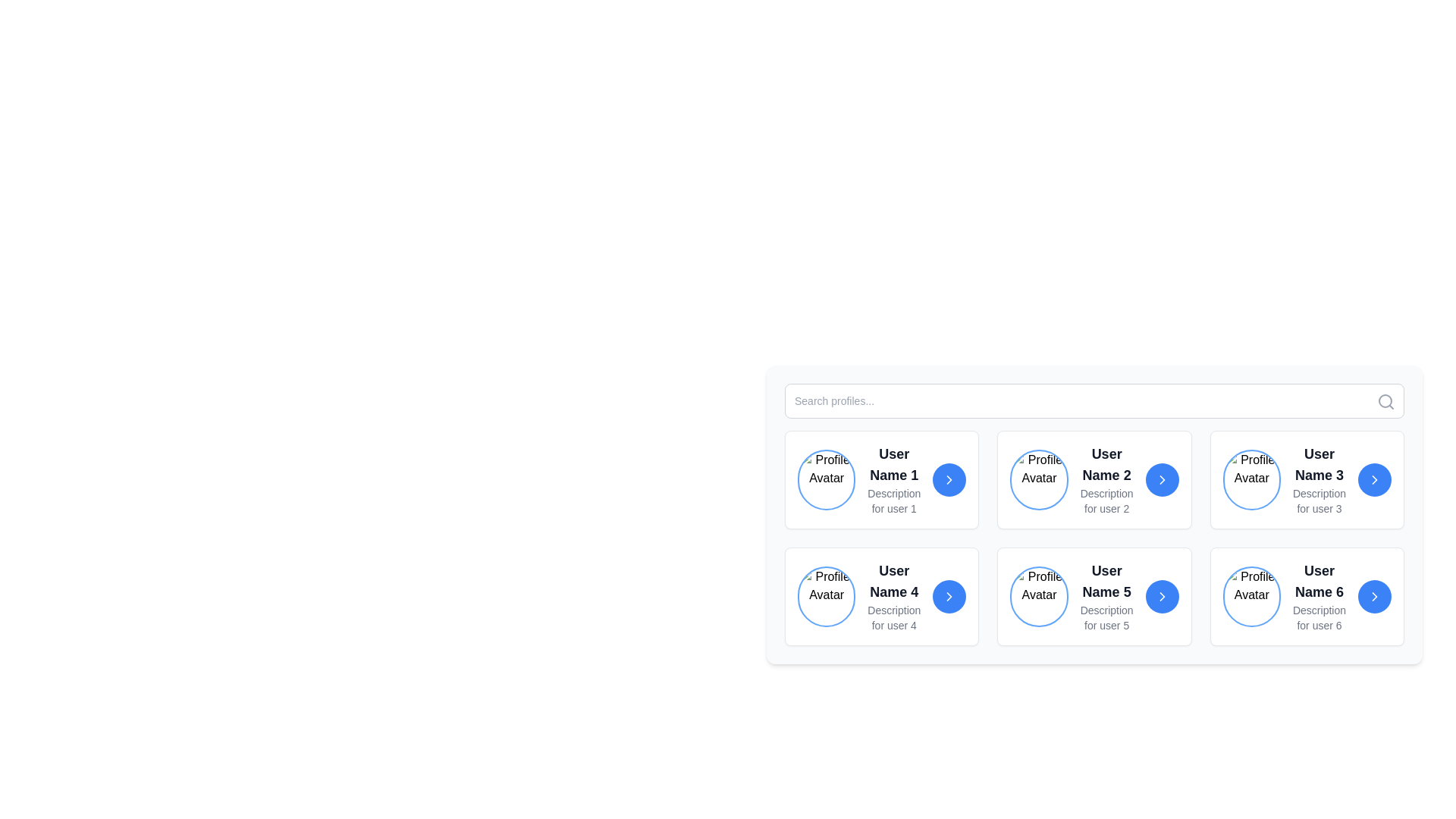 The width and height of the screenshot is (1456, 819). Describe the element at coordinates (1318, 464) in the screenshot. I see `user name displayed as a title or header in the top part of the user profile segment located in the rightmost column of the grid layout` at that location.